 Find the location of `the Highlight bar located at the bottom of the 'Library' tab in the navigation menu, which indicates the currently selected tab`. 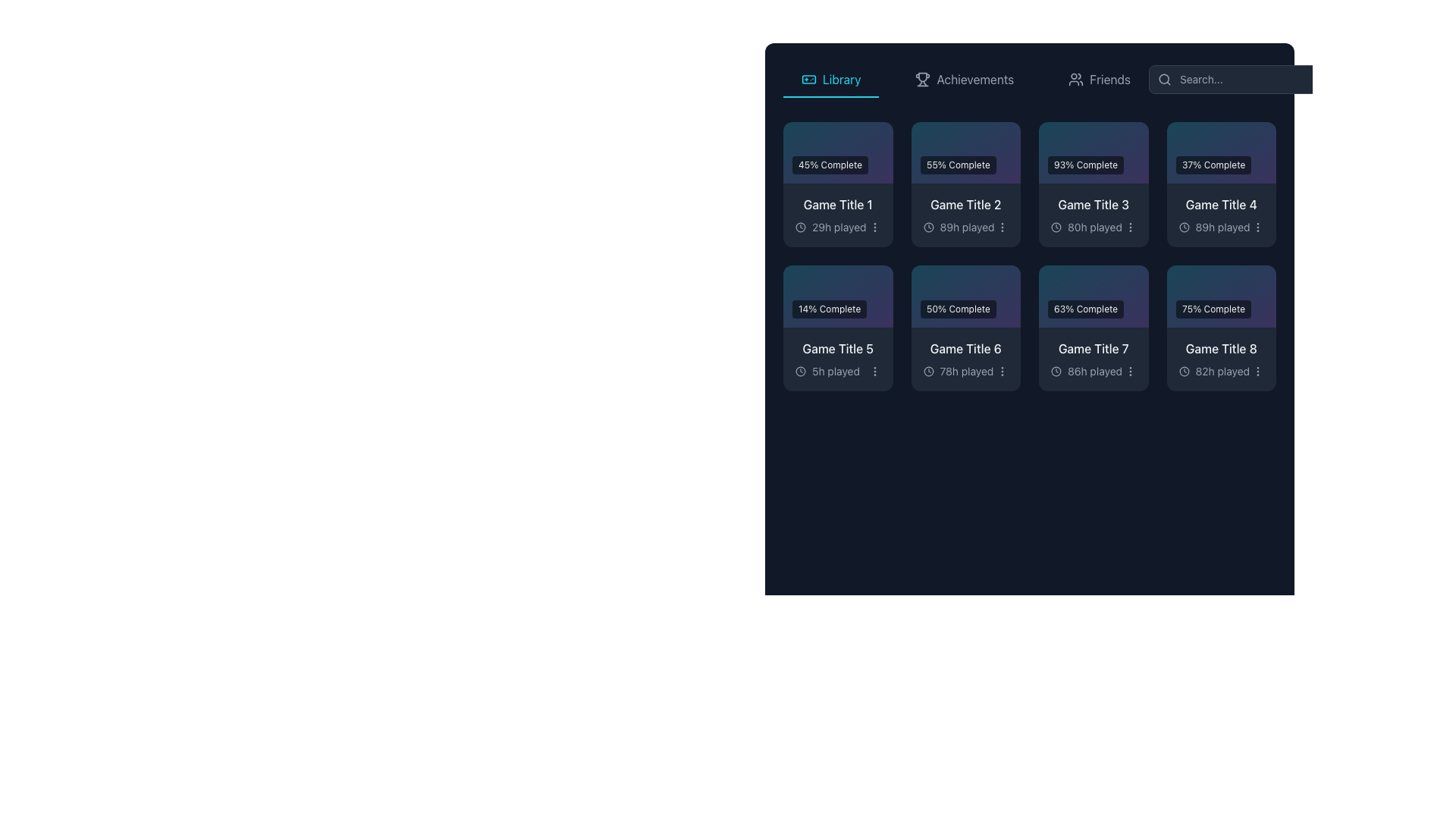

the Highlight bar located at the bottom of the 'Library' tab in the navigation menu, which indicates the currently selected tab is located at coordinates (830, 96).